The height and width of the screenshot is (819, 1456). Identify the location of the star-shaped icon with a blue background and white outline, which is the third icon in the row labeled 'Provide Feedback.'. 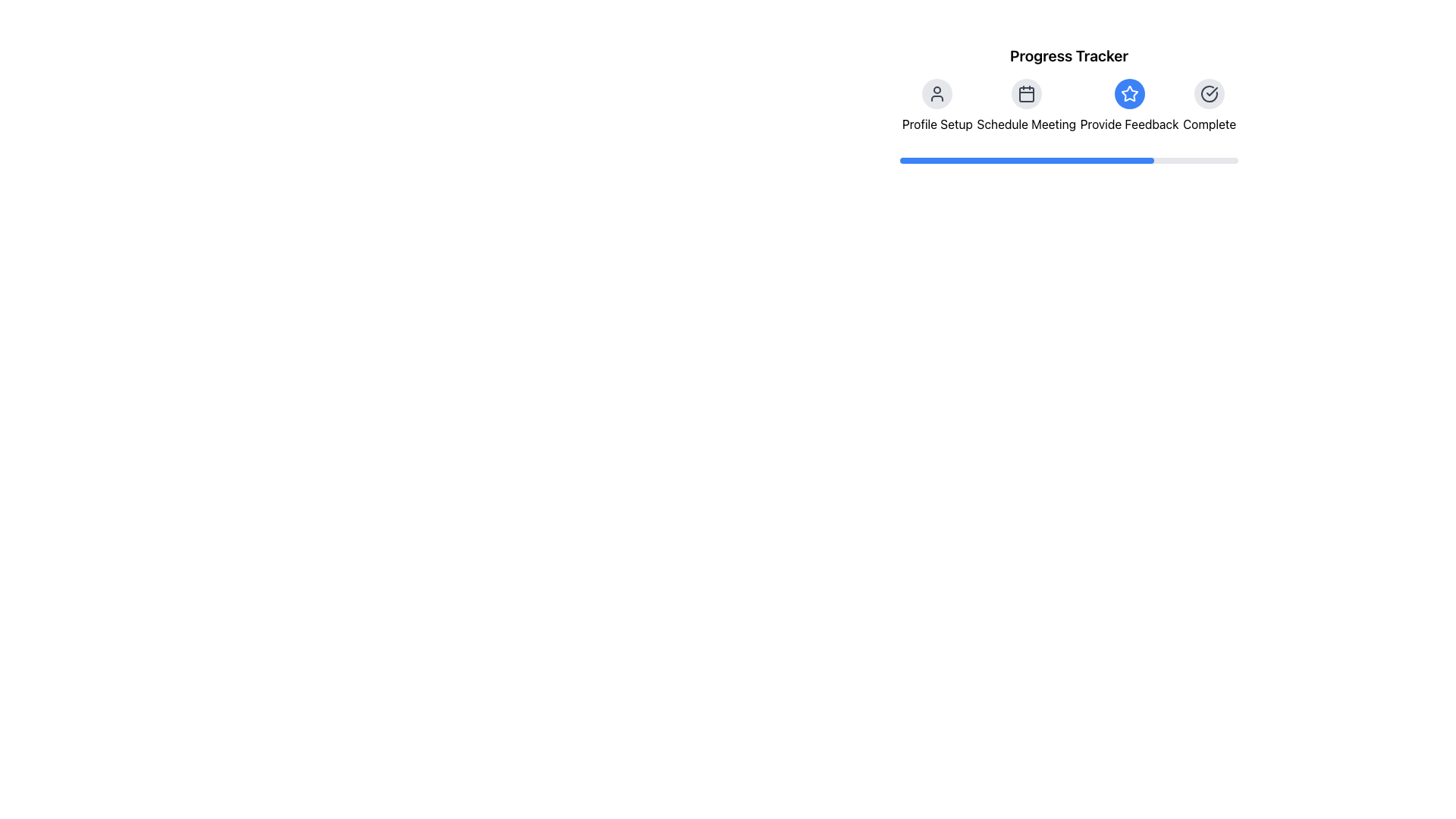
(1129, 93).